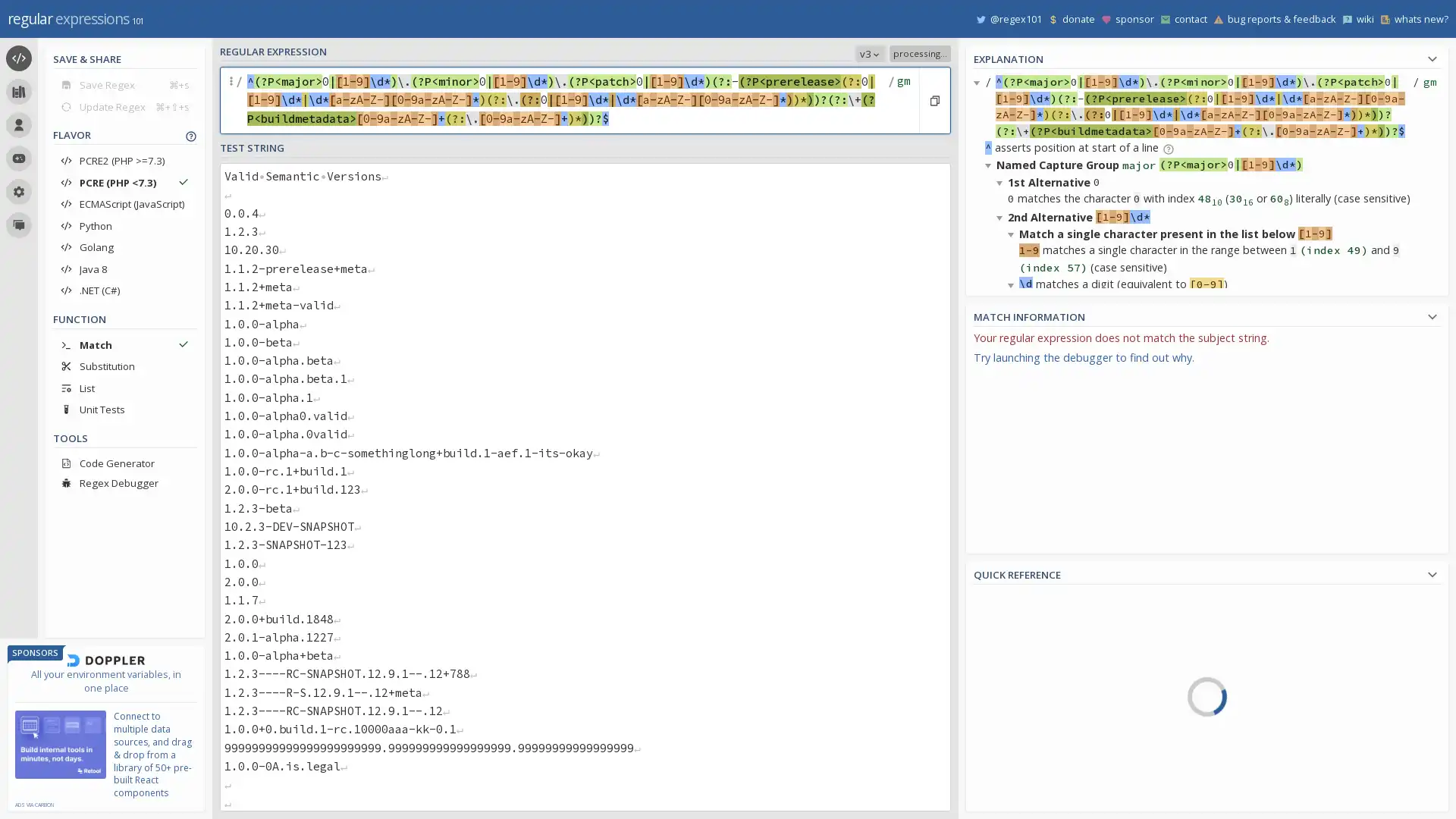 Image resolution: width=1456 pixels, height=819 pixels. What do you see at coordinates (124, 225) in the screenshot?
I see `Python` at bounding box center [124, 225].